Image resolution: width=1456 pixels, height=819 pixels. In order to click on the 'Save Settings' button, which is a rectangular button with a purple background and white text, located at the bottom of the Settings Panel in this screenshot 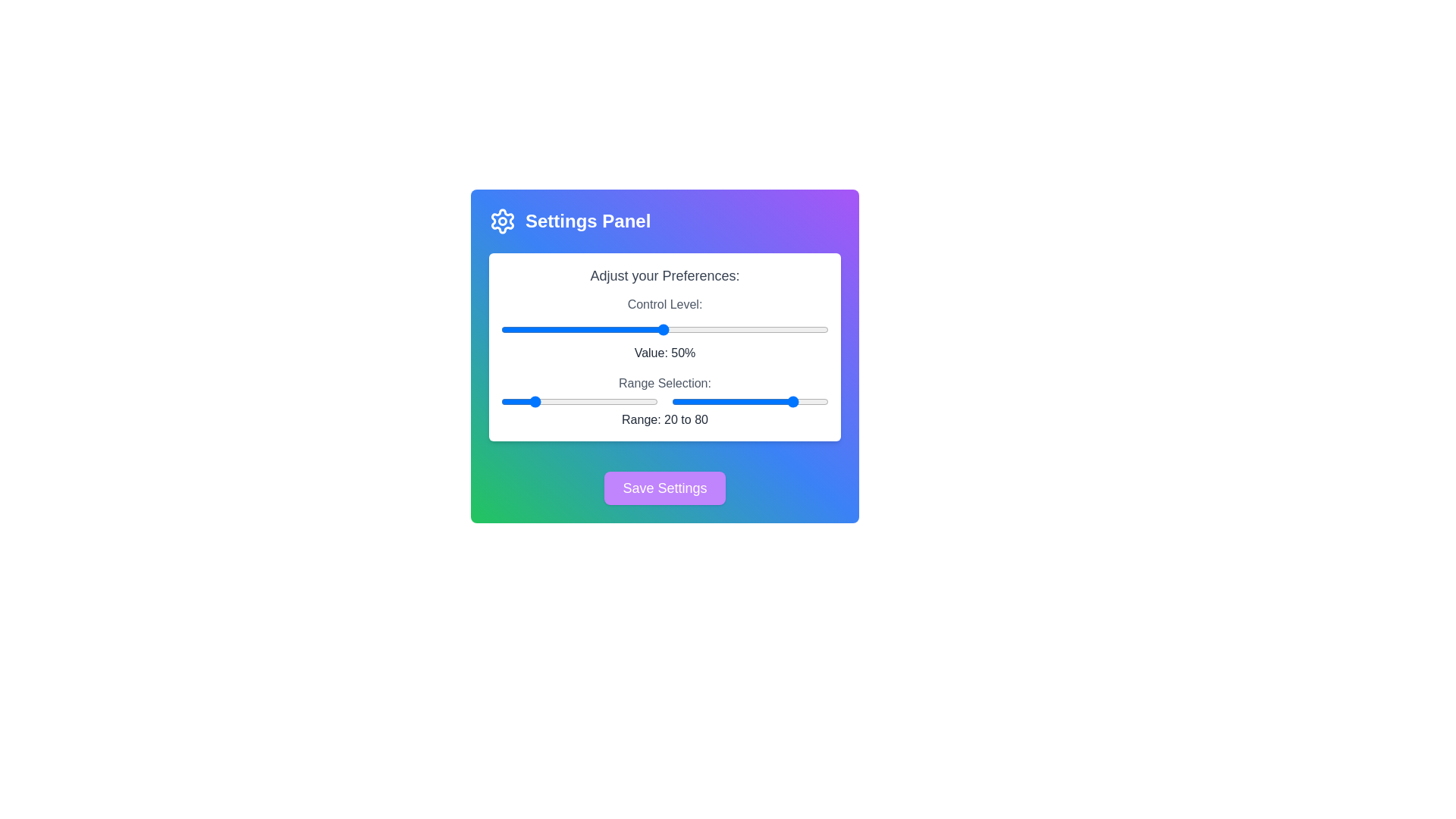, I will do `click(665, 488)`.